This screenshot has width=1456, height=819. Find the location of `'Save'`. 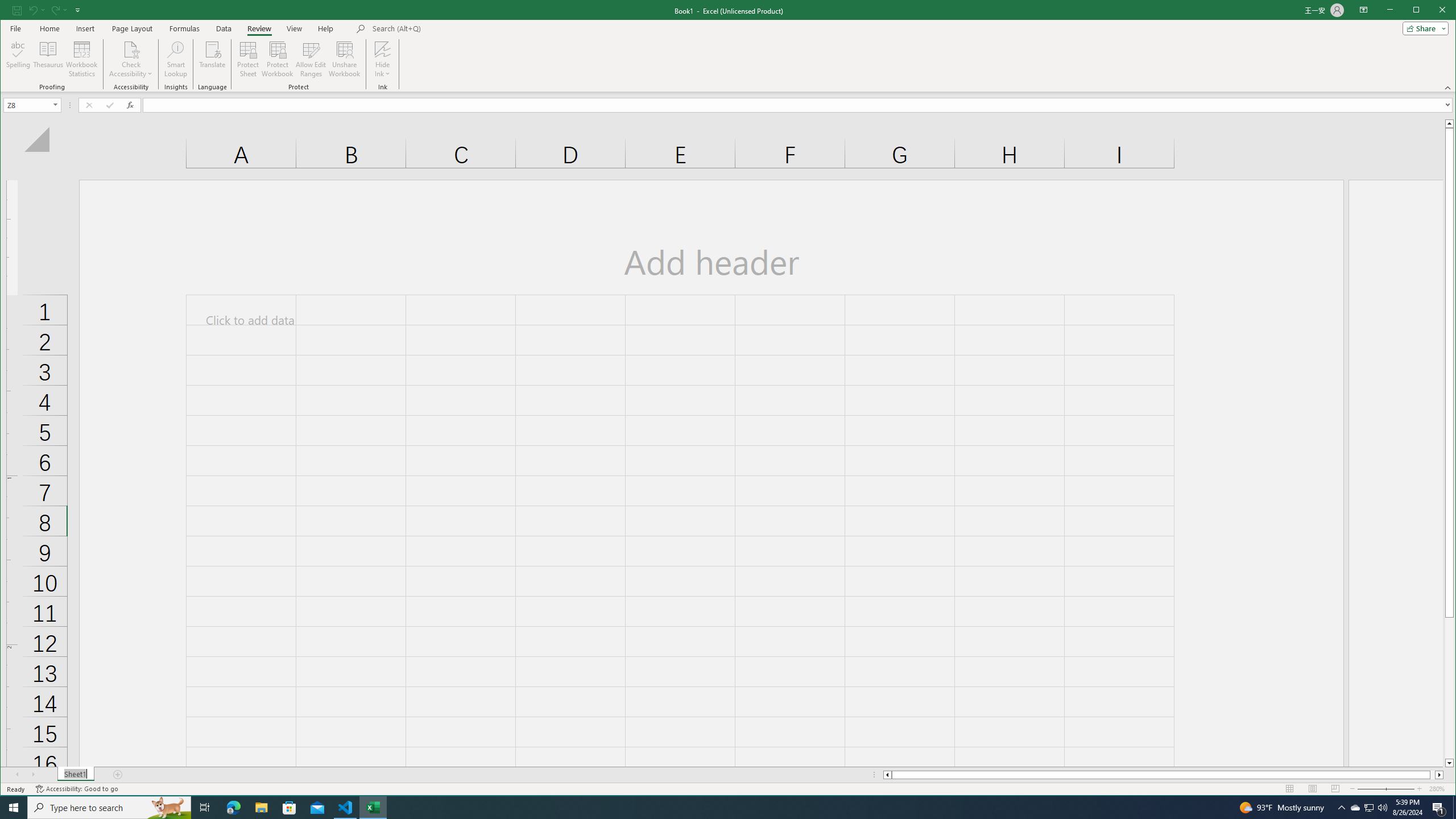

'Save' is located at coordinates (16, 9).